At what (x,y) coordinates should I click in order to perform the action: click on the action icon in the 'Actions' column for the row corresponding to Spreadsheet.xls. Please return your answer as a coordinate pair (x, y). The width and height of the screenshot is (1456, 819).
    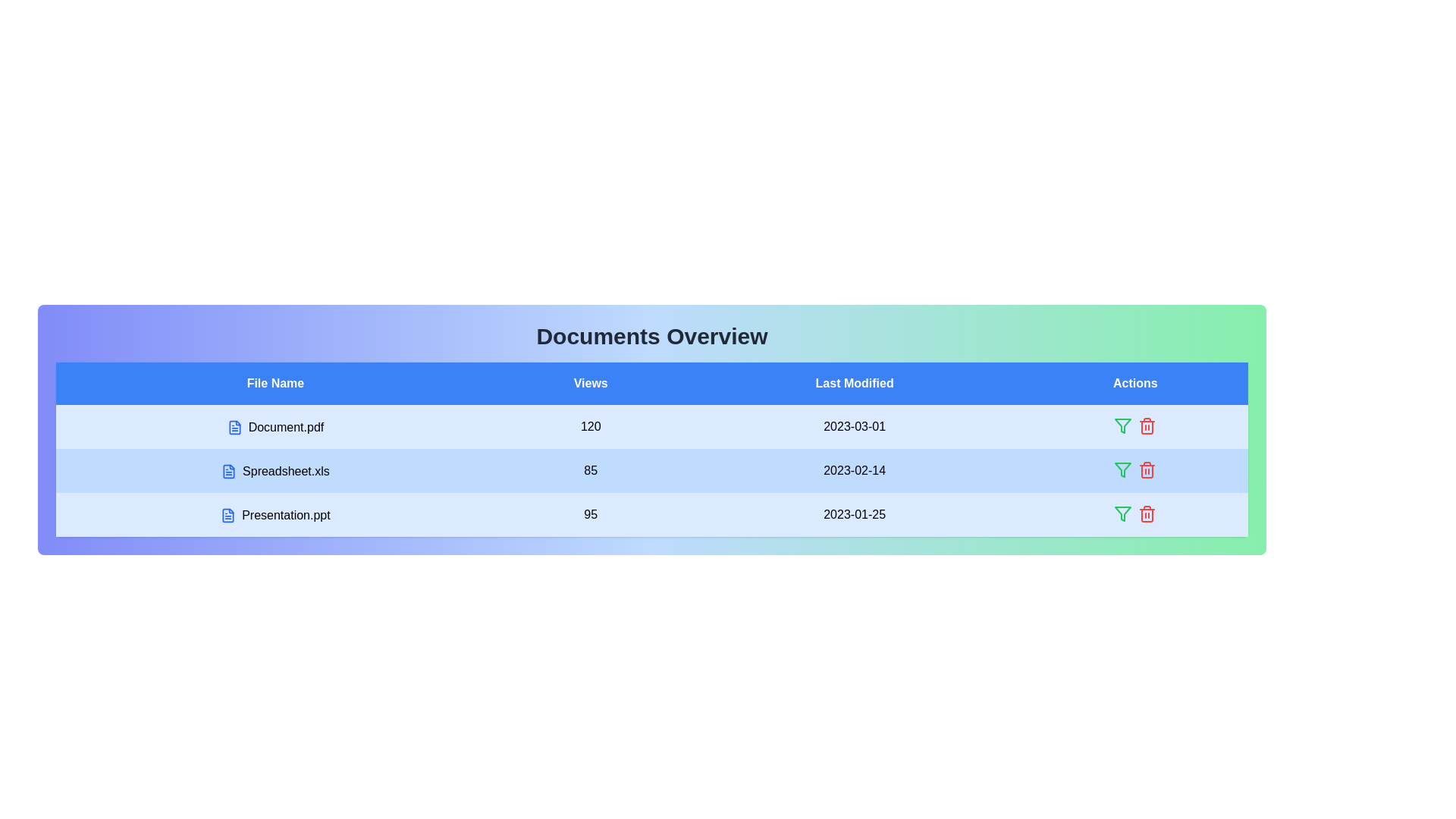
    Looking at the image, I should click on (1123, 469).